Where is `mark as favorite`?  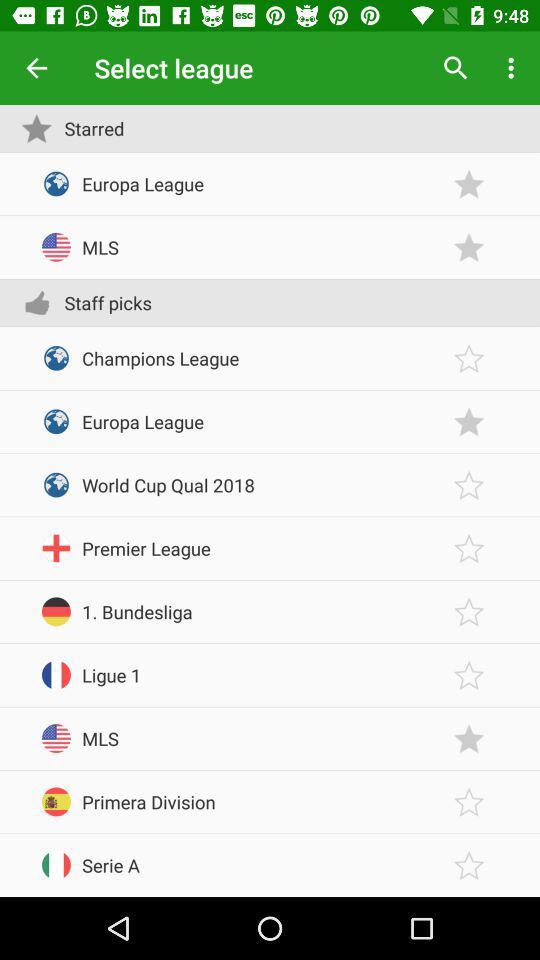
mark as favorite is located at coordinates (469, 184).